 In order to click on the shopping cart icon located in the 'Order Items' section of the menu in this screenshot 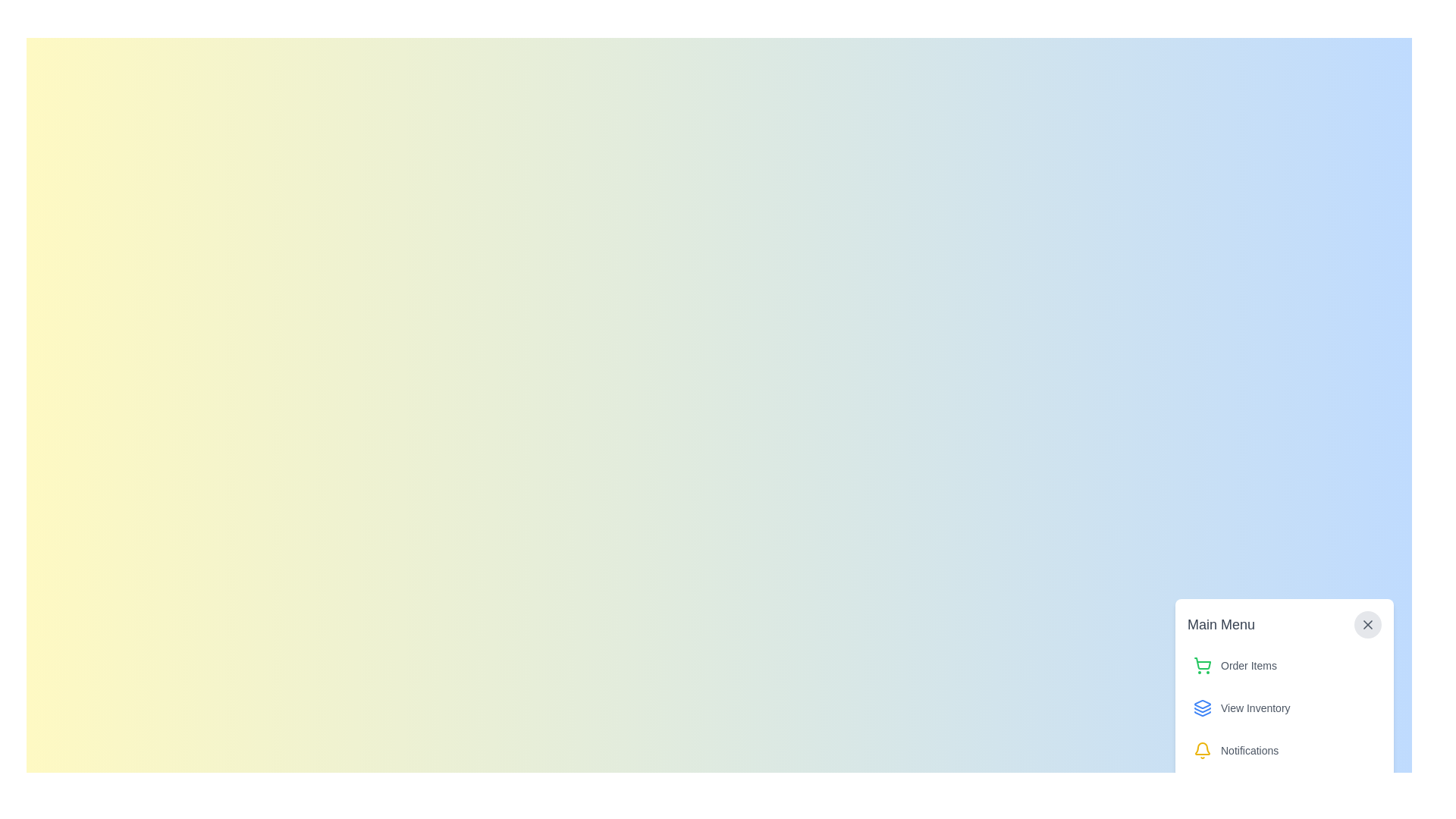, I will do `click(1202, 663)`.